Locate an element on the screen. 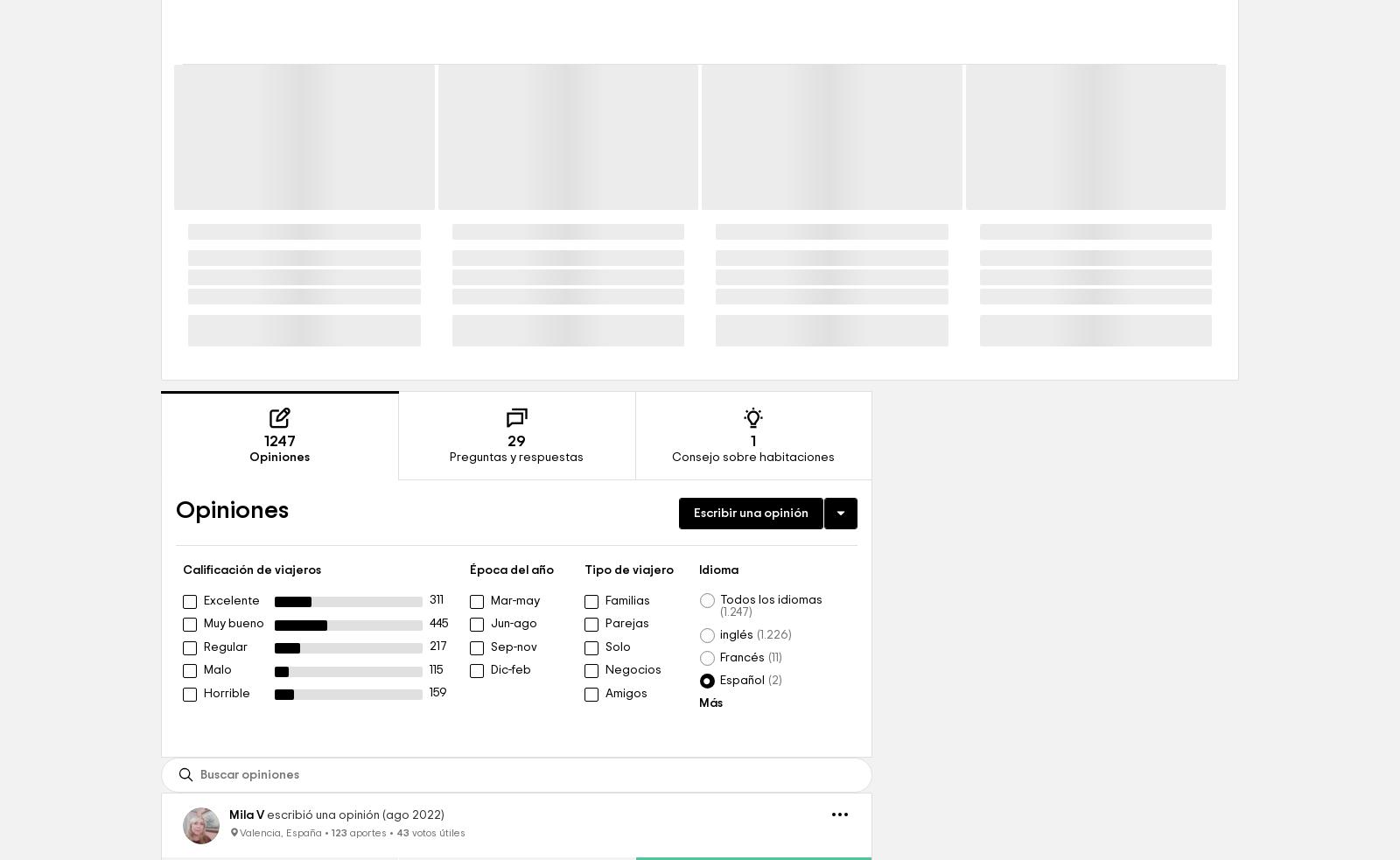 The width and height of the screenshot is (1400, 860). '1' is located at coordinates (750, 563).